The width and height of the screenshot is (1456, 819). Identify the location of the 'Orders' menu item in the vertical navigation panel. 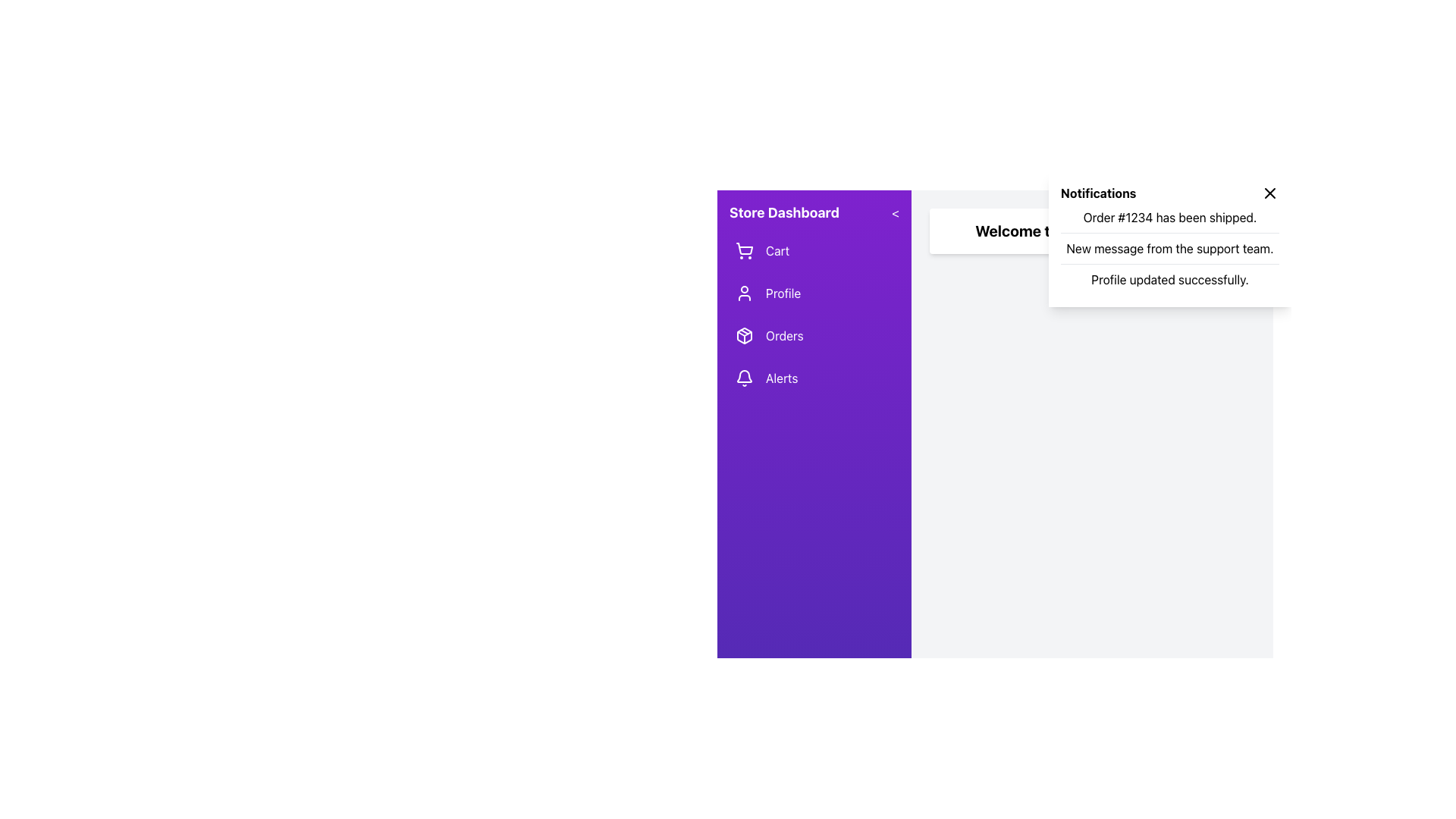
(814, 335).